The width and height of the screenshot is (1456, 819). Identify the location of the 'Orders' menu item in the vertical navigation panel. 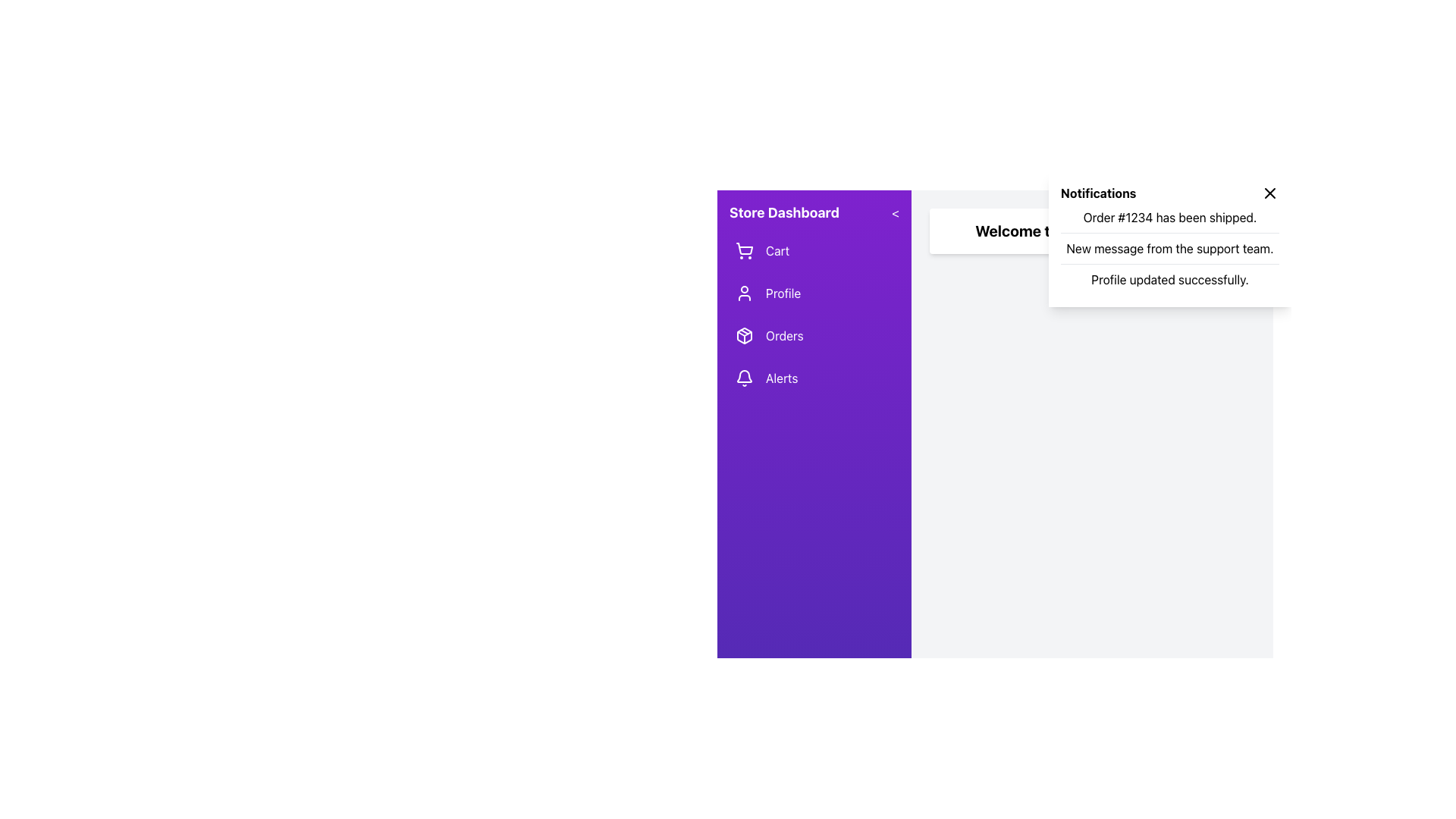
(814, 335).